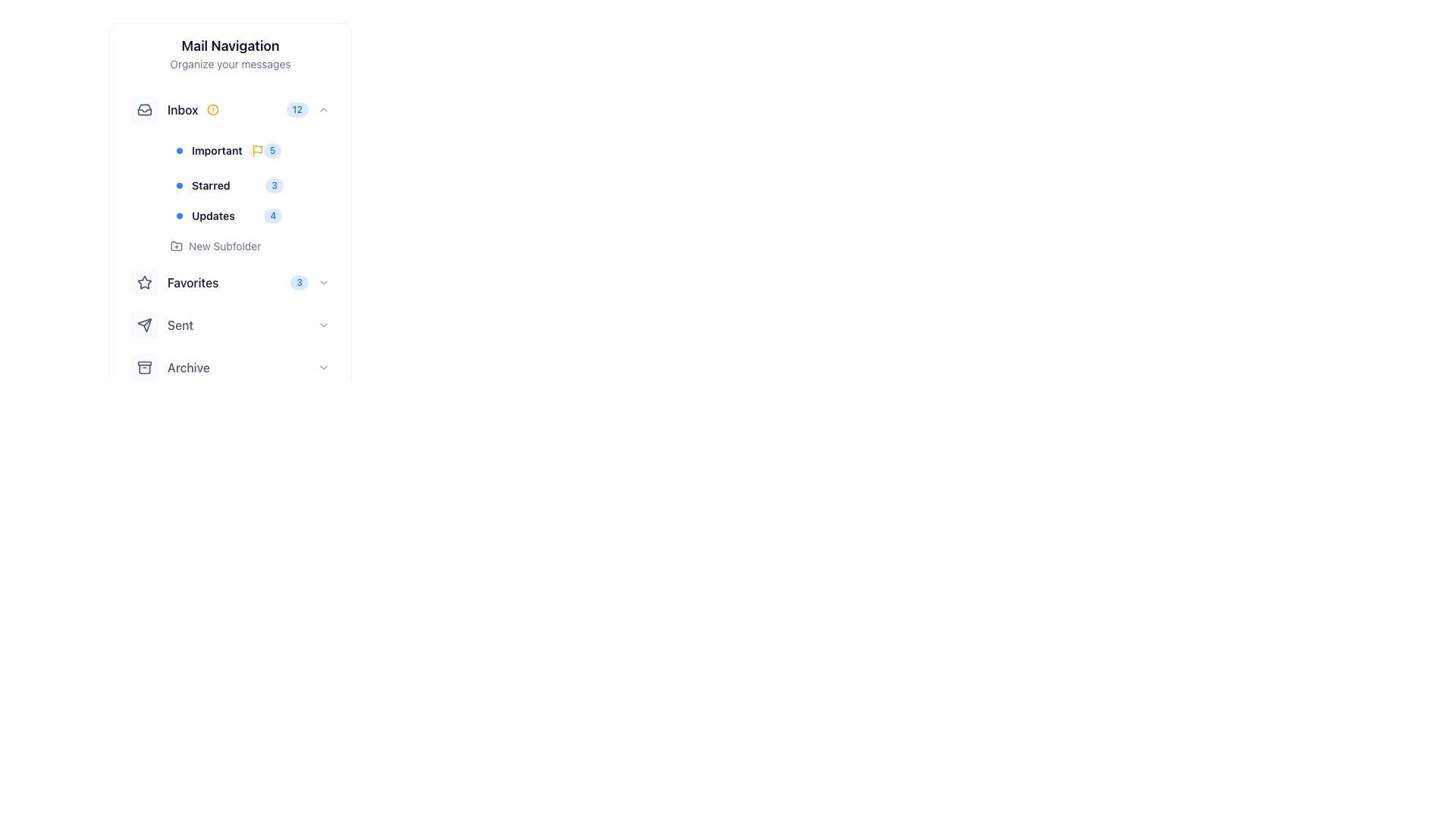 The image size is (1456, 819). What do you see at coordinates (182, 109) in the screenshot?
I see `the 'Inbox' label in the 'Mail Navigation' section, which indicates the section for incoming messages` at bounding box center [182, 109].